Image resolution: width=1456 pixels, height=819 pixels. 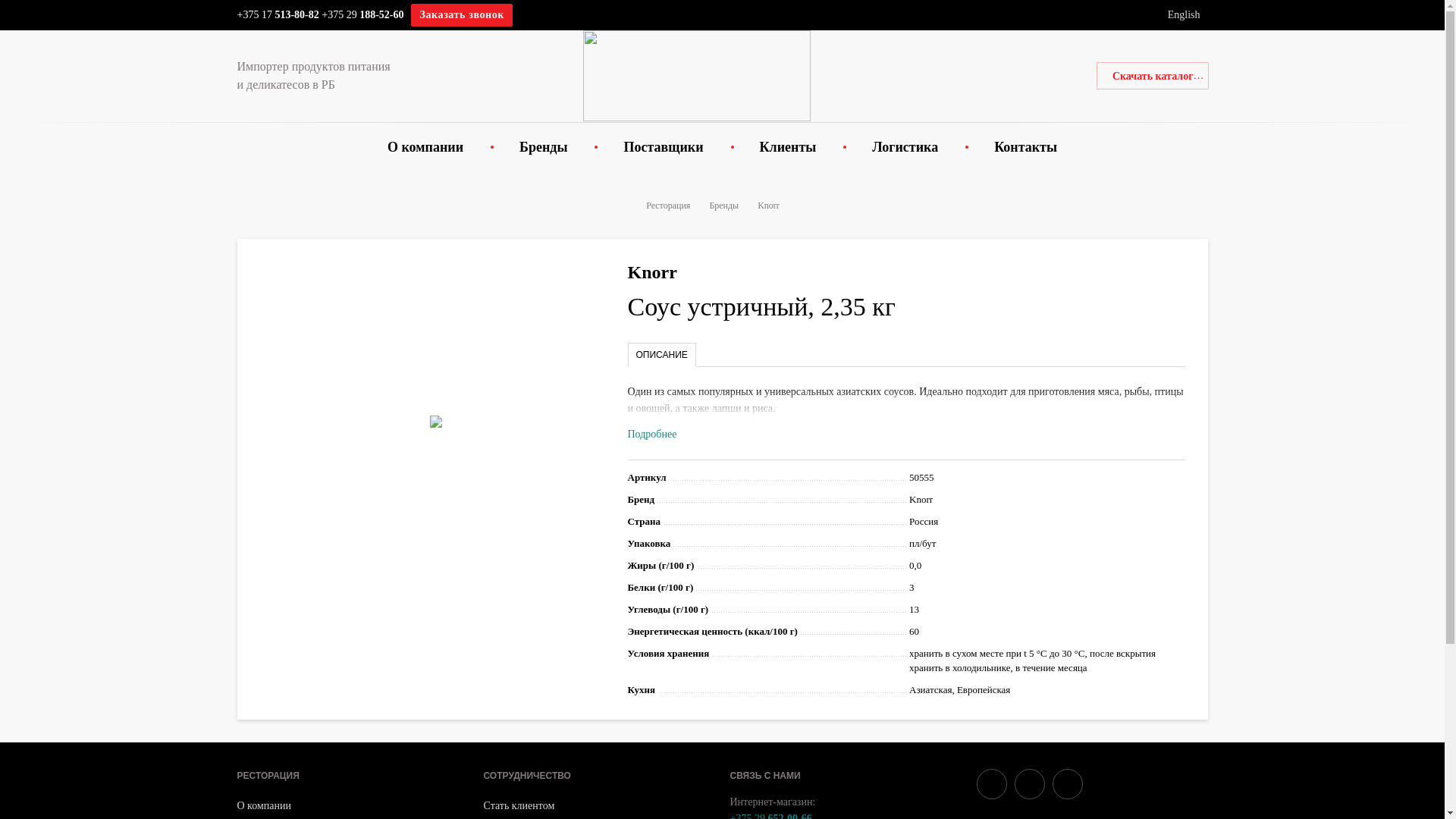 What do you see at coordinates (270, 14) in the screenshot?
I see `'+375 17 513-80'` at bounding box center [270, 14].